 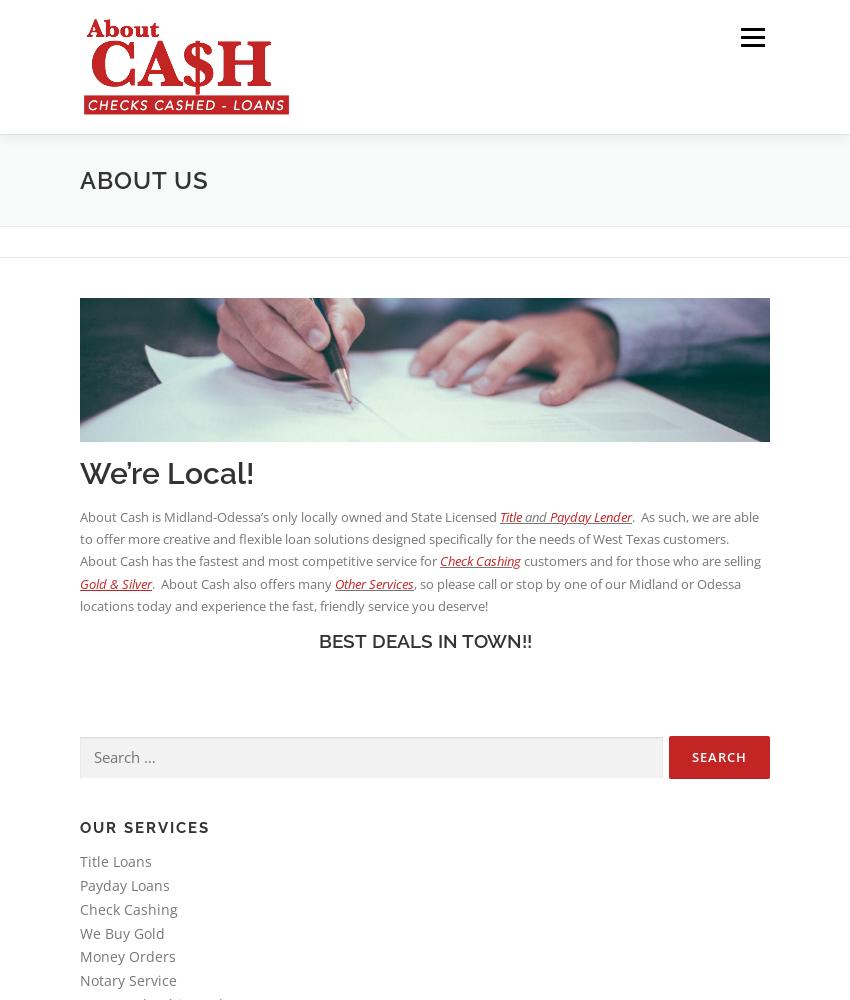 I want to click on 'Gold & Silver', so click(x=79, y=582).